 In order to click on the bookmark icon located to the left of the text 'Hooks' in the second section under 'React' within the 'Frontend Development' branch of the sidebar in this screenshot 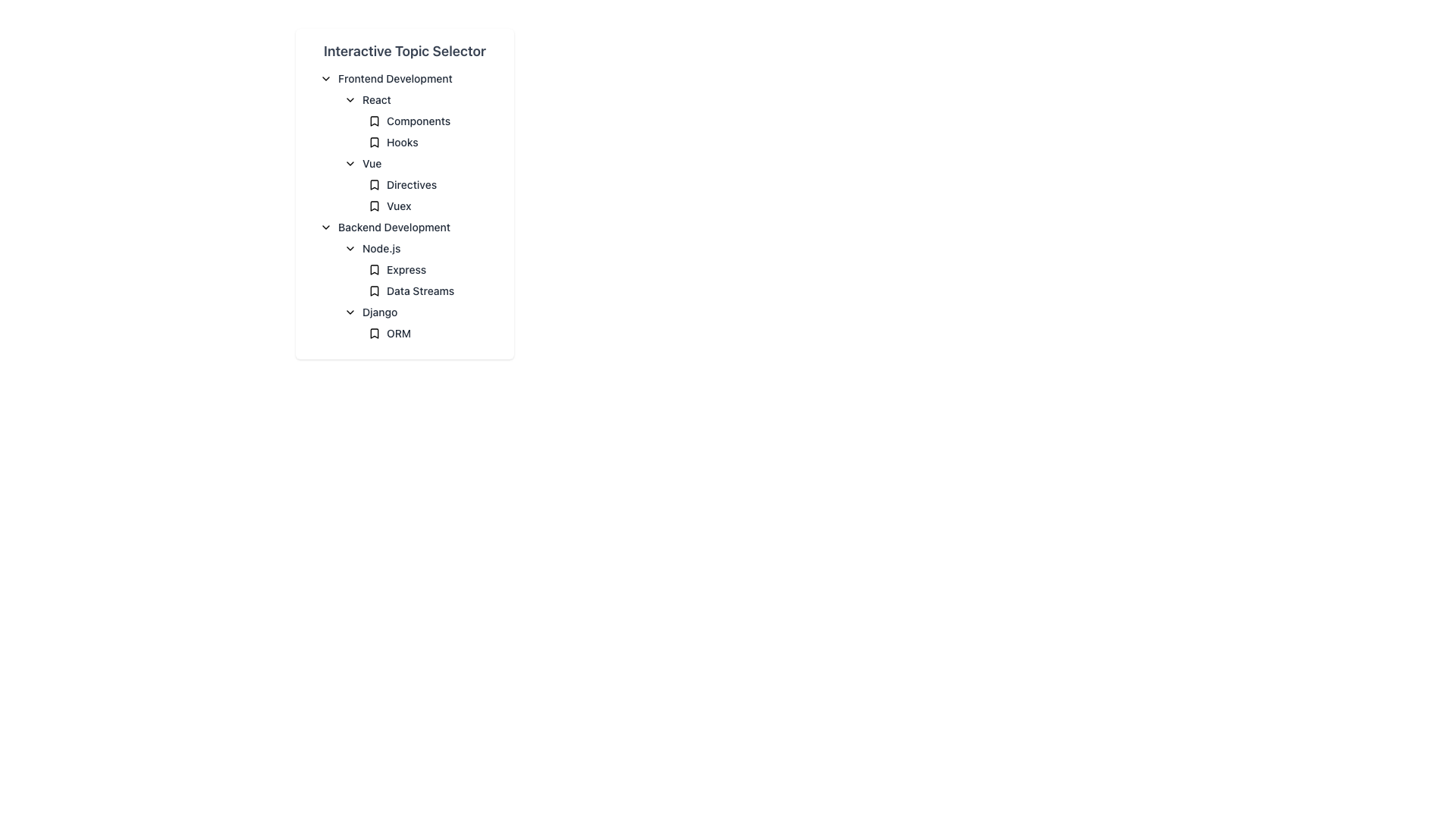, I will do `click(375, 143)`.